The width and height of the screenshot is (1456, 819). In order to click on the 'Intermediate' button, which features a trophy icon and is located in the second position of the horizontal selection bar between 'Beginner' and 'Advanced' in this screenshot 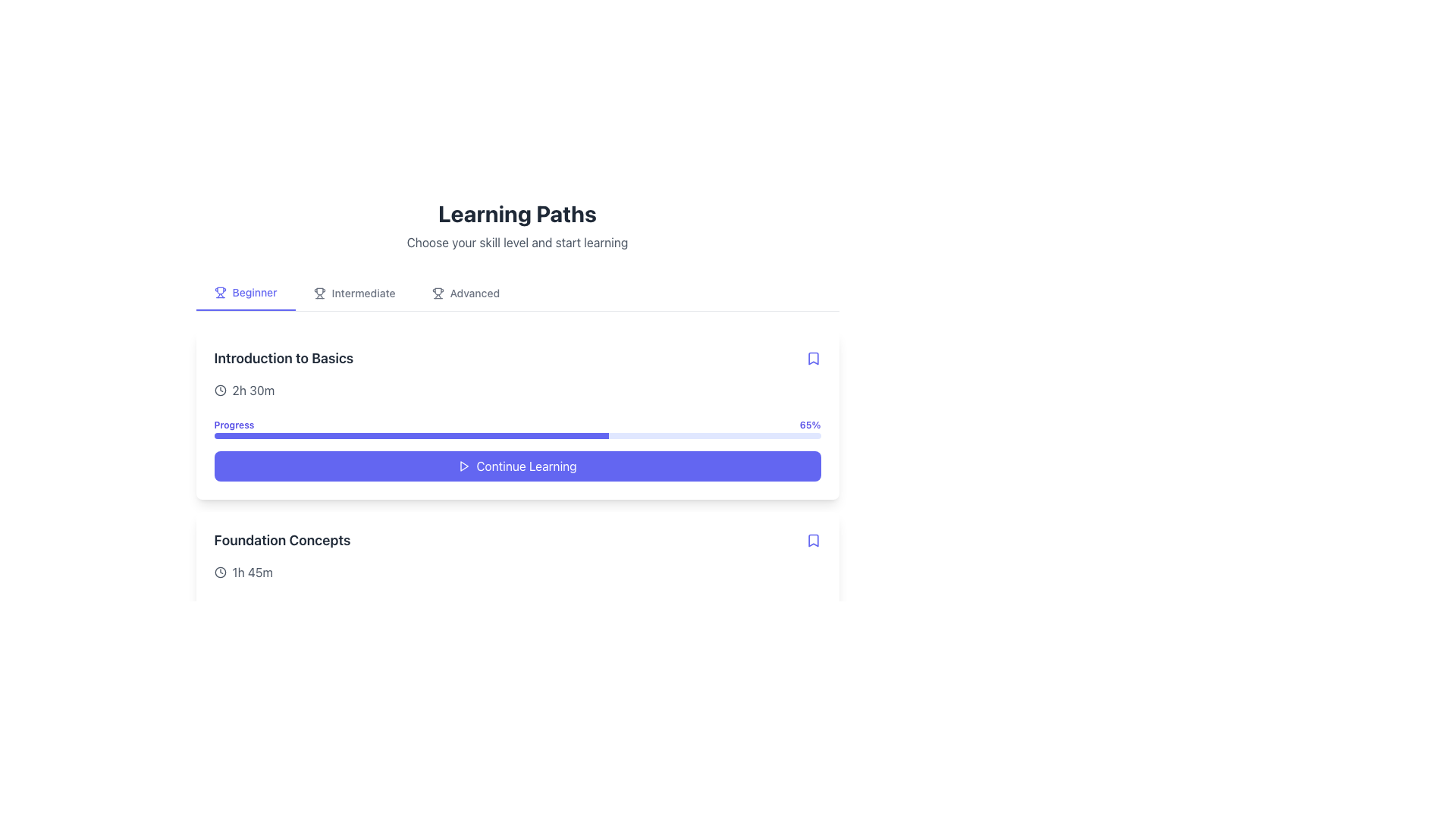, I will do `click(353, 293)`.